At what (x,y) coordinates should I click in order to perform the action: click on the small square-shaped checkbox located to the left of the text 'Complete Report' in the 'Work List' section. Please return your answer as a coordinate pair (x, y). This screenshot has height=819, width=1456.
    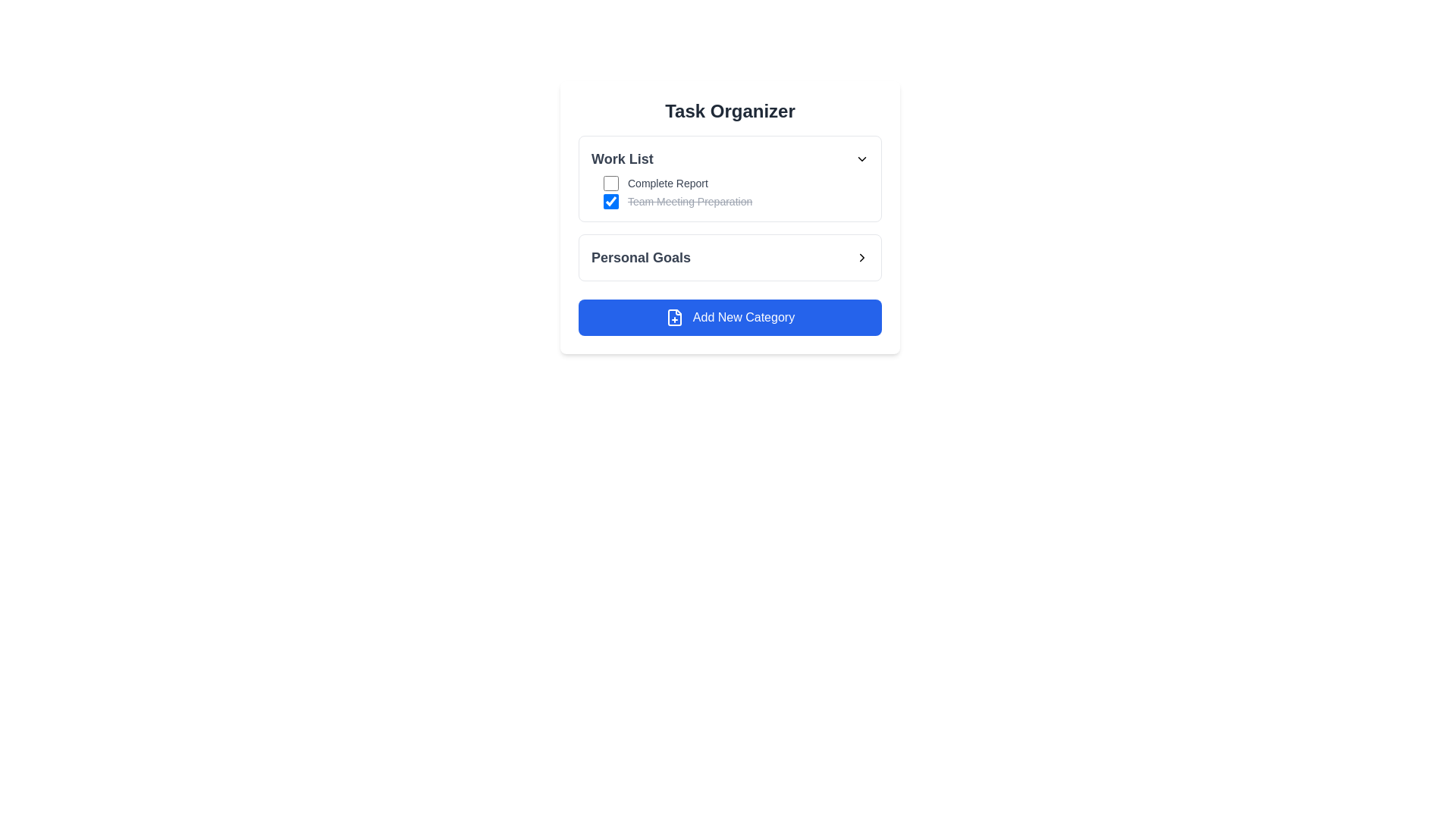
    Looking at the image, I should click on (611, 183).